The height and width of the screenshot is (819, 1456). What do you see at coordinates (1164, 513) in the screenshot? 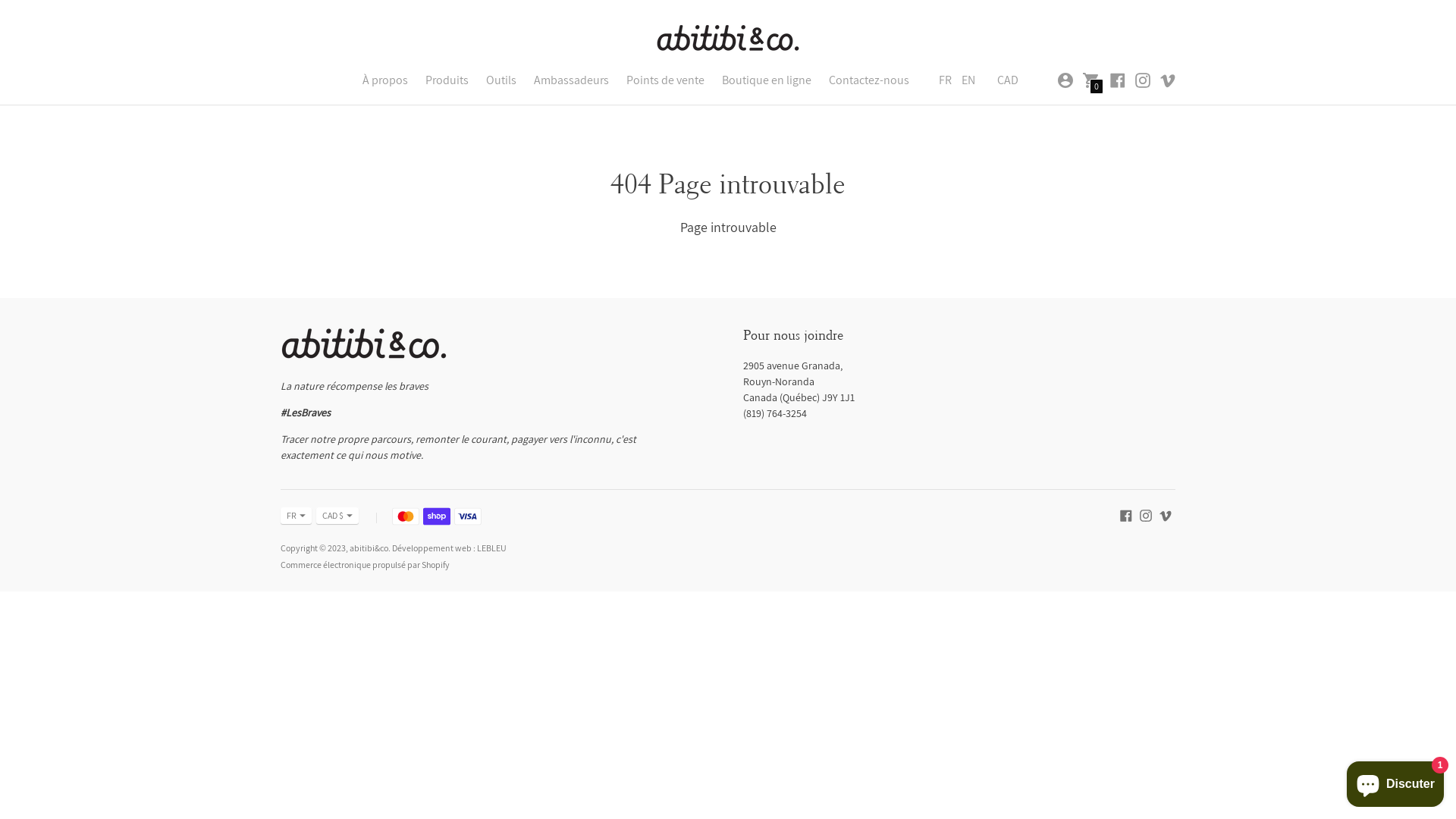
I see `'abitibi&co sur Vimeo,'` at bounding box center [1164, 513].